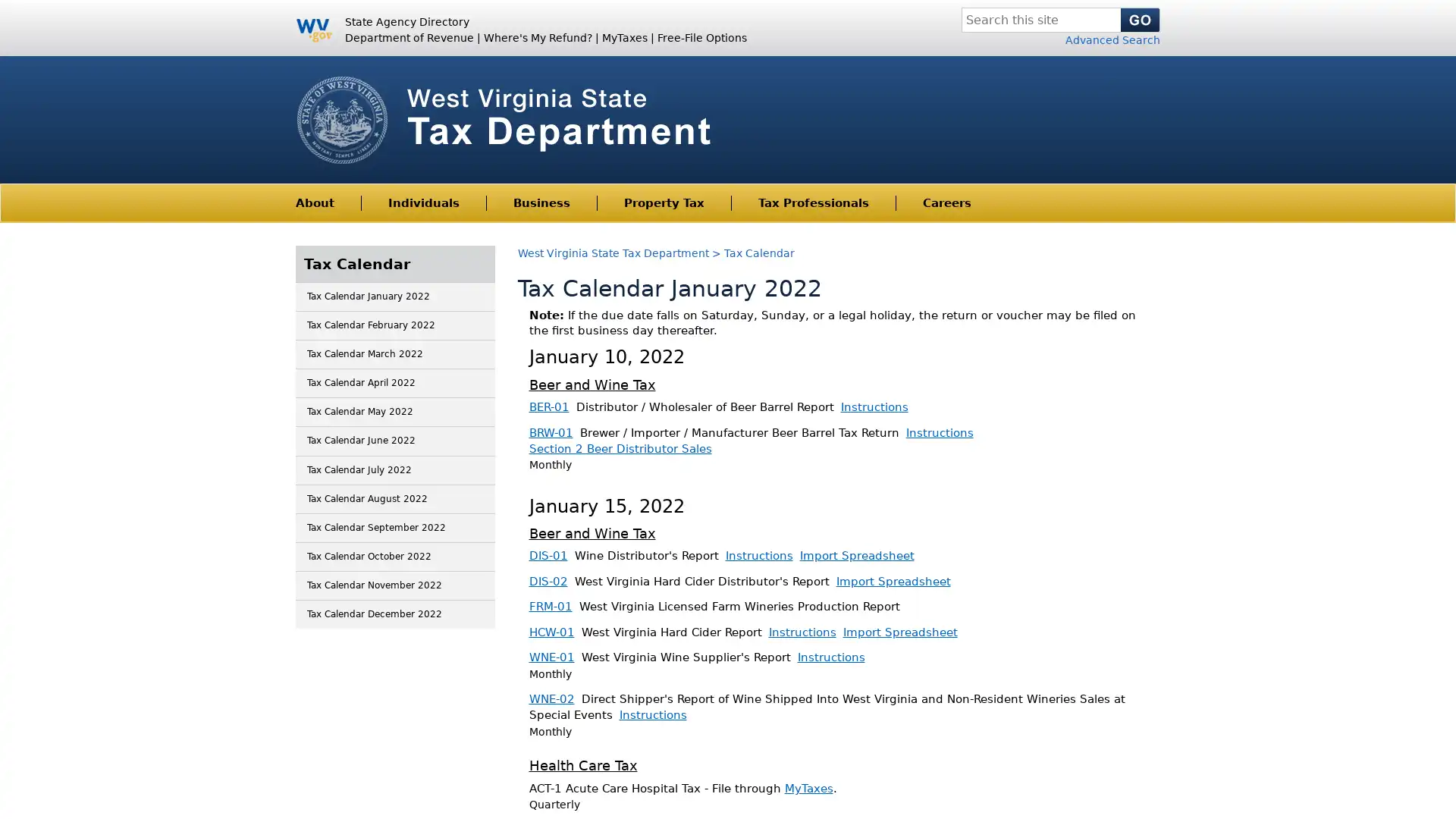 The image size is (1456, 819). What do you see at coordinates (1140, 20) in the screenshot?
I see `Search` at bounding box center [1140, 20].